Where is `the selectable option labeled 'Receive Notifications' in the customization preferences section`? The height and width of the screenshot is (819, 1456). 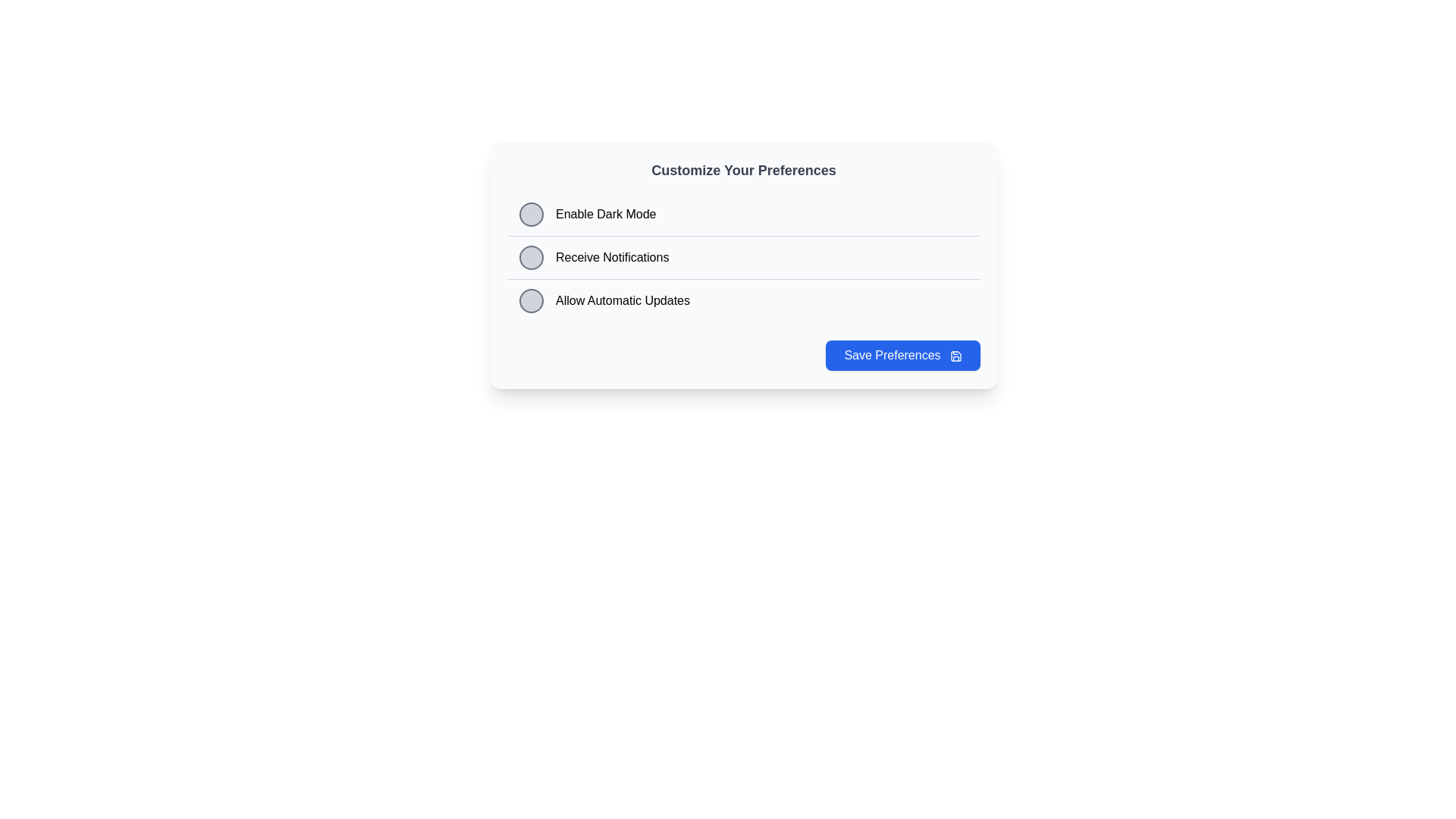 the selectable option labeled 'Receive Notifications' in the customization preferences section is located at coordinates (743, 265).